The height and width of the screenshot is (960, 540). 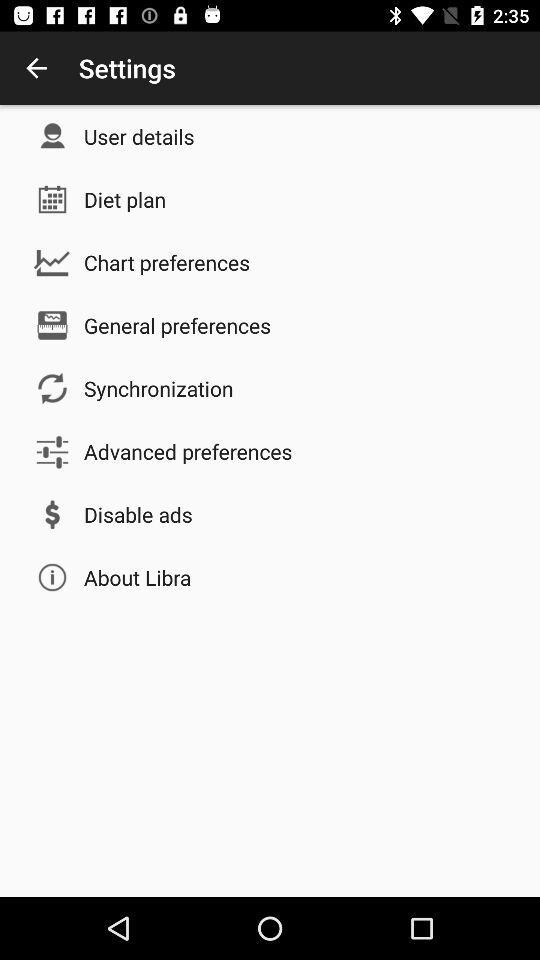 I want to click on the general preferences app, so click(x=177, y=325).